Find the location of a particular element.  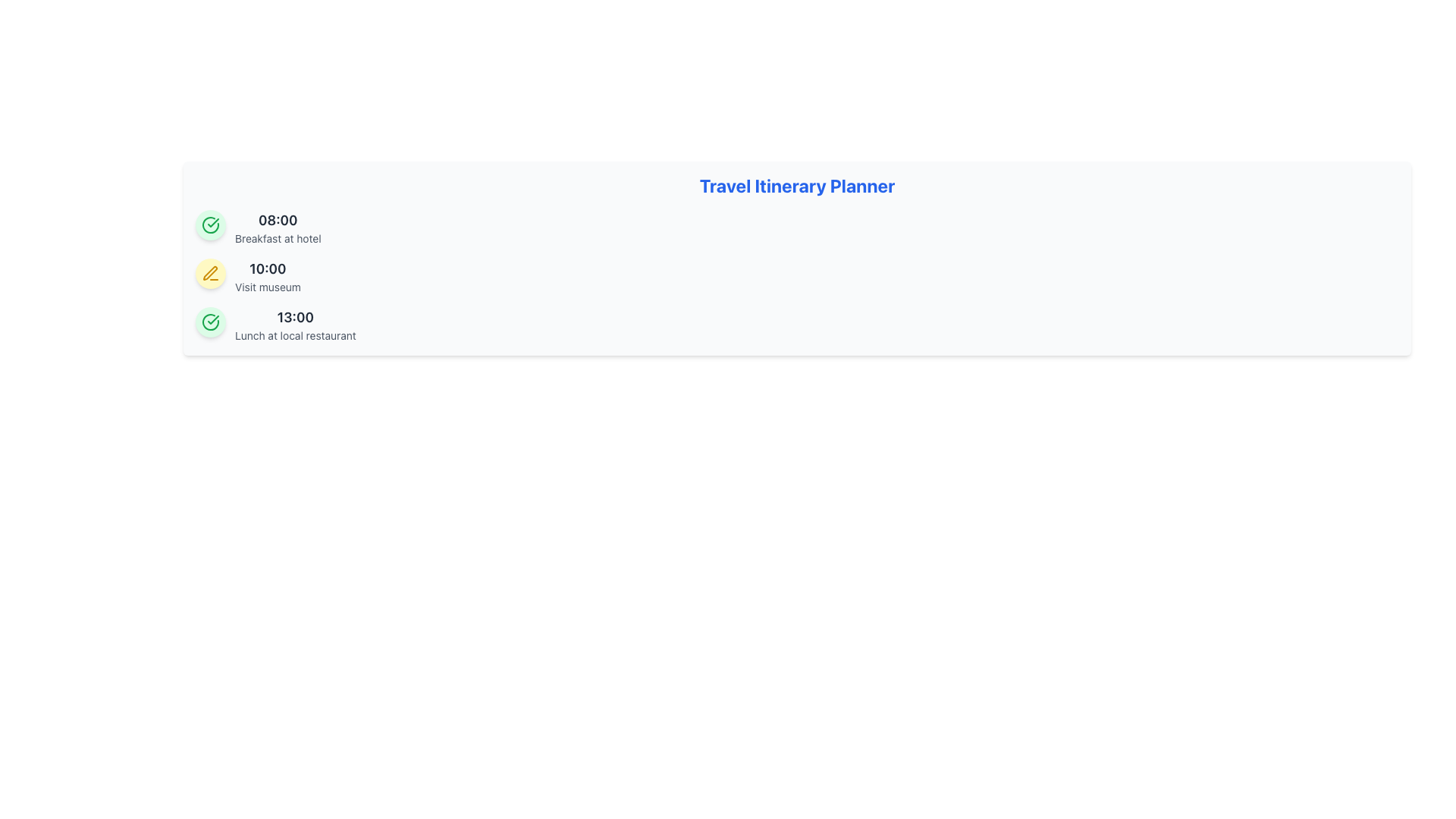

the text element indicating the time for 'Lunch at local restaurant' in the travel itinerary module, located below the 'Visit museum' entry is located at coordinates (295, 317).